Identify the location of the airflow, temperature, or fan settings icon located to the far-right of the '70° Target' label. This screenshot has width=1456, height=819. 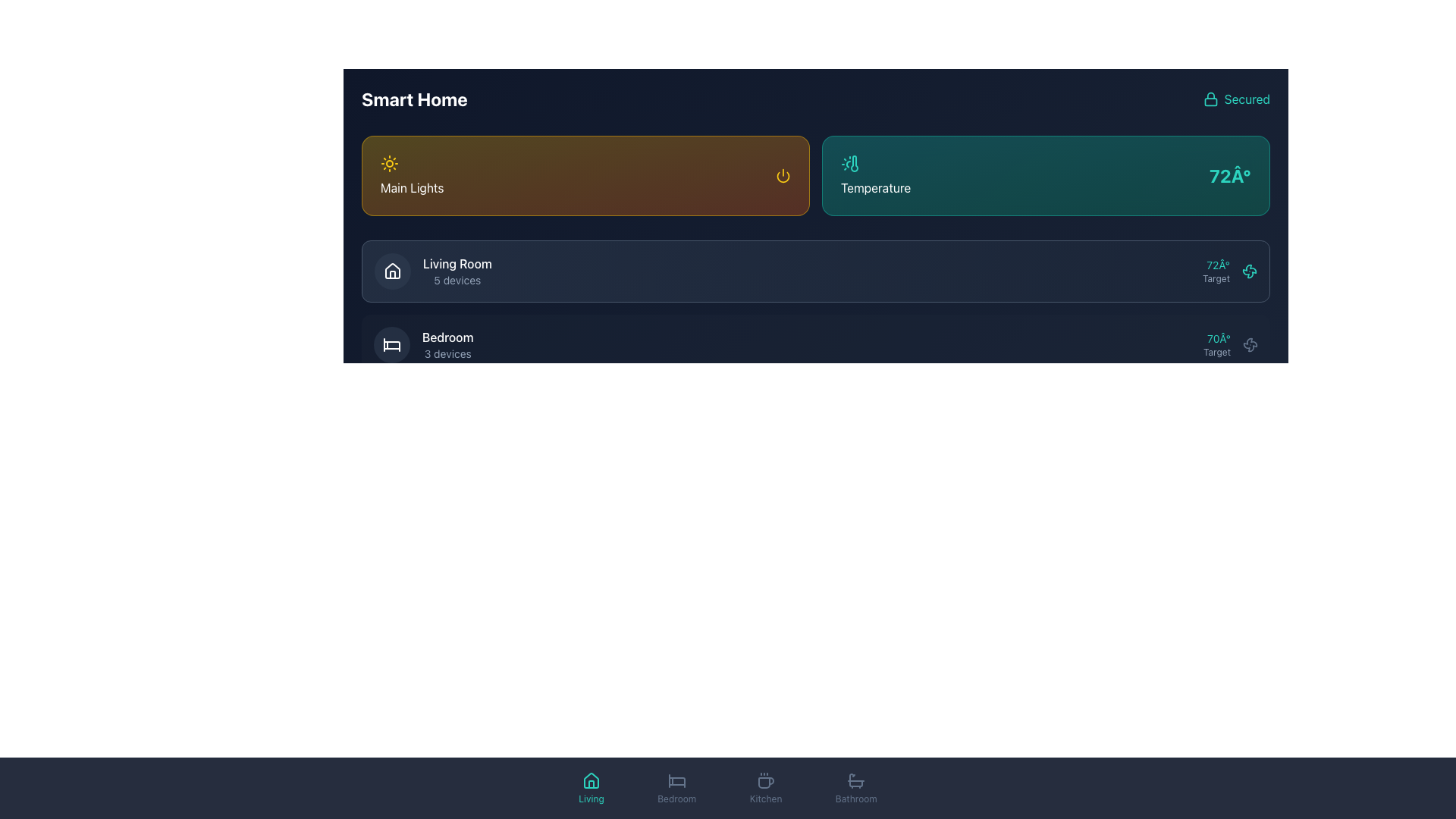
(1250, 345).